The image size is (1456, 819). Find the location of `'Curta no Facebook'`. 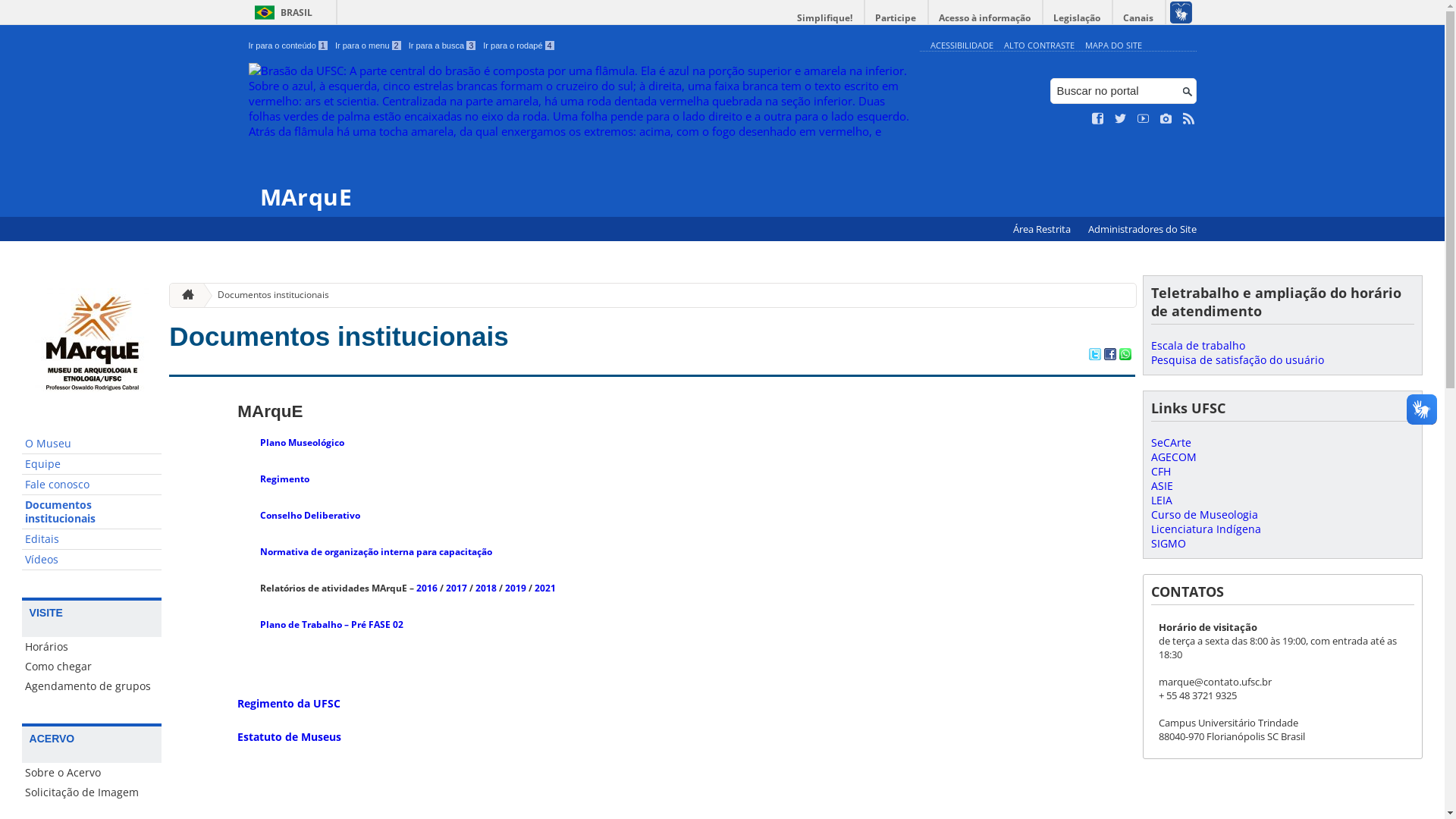

'Curta no Facebook' is located at coordinates (1098, 118).